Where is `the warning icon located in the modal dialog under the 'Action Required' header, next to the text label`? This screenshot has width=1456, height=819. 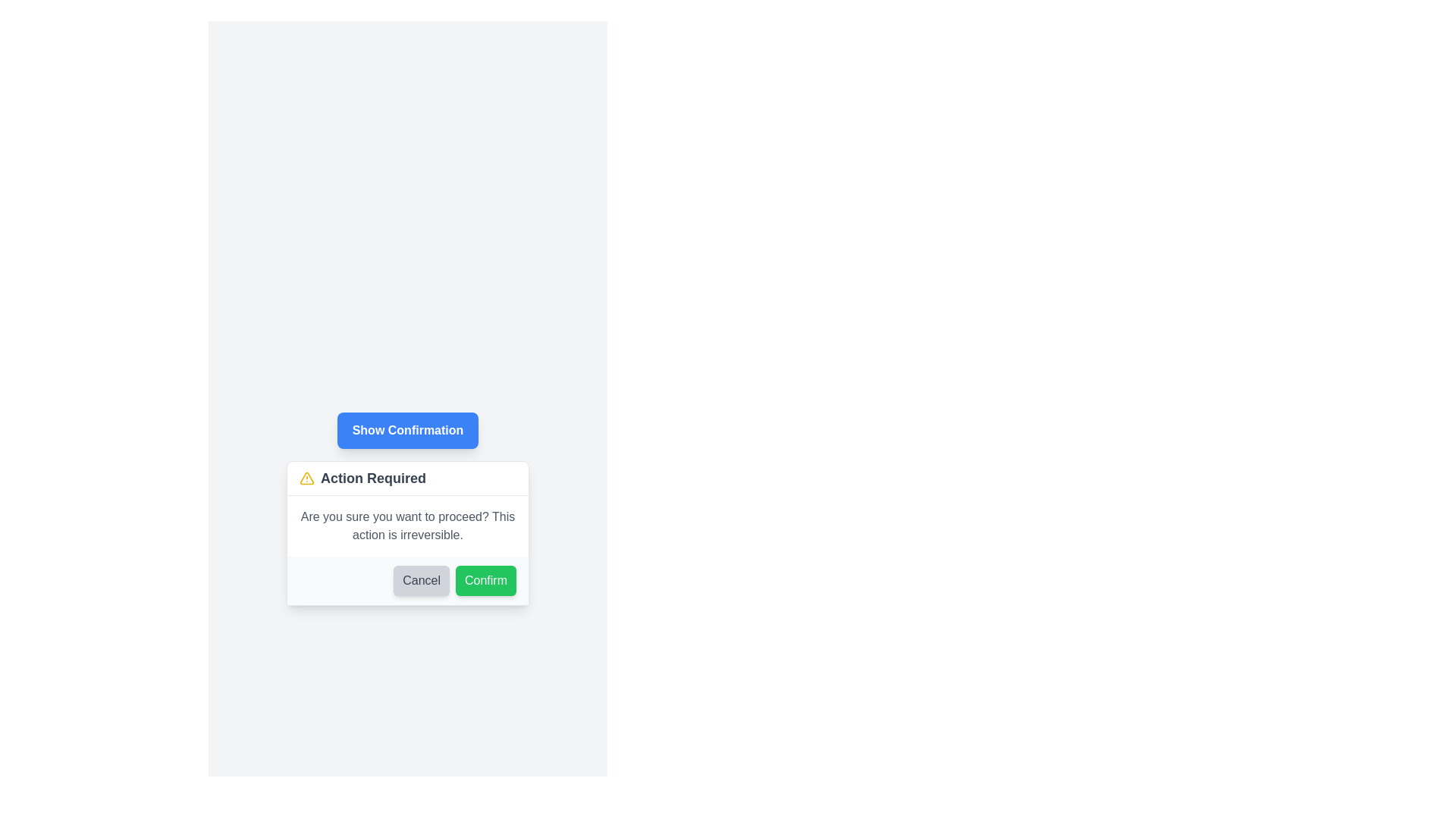
the warning icon located in the modal dialog under the 'Action Required' header, next to the text label is located at coordinates (306, 479).